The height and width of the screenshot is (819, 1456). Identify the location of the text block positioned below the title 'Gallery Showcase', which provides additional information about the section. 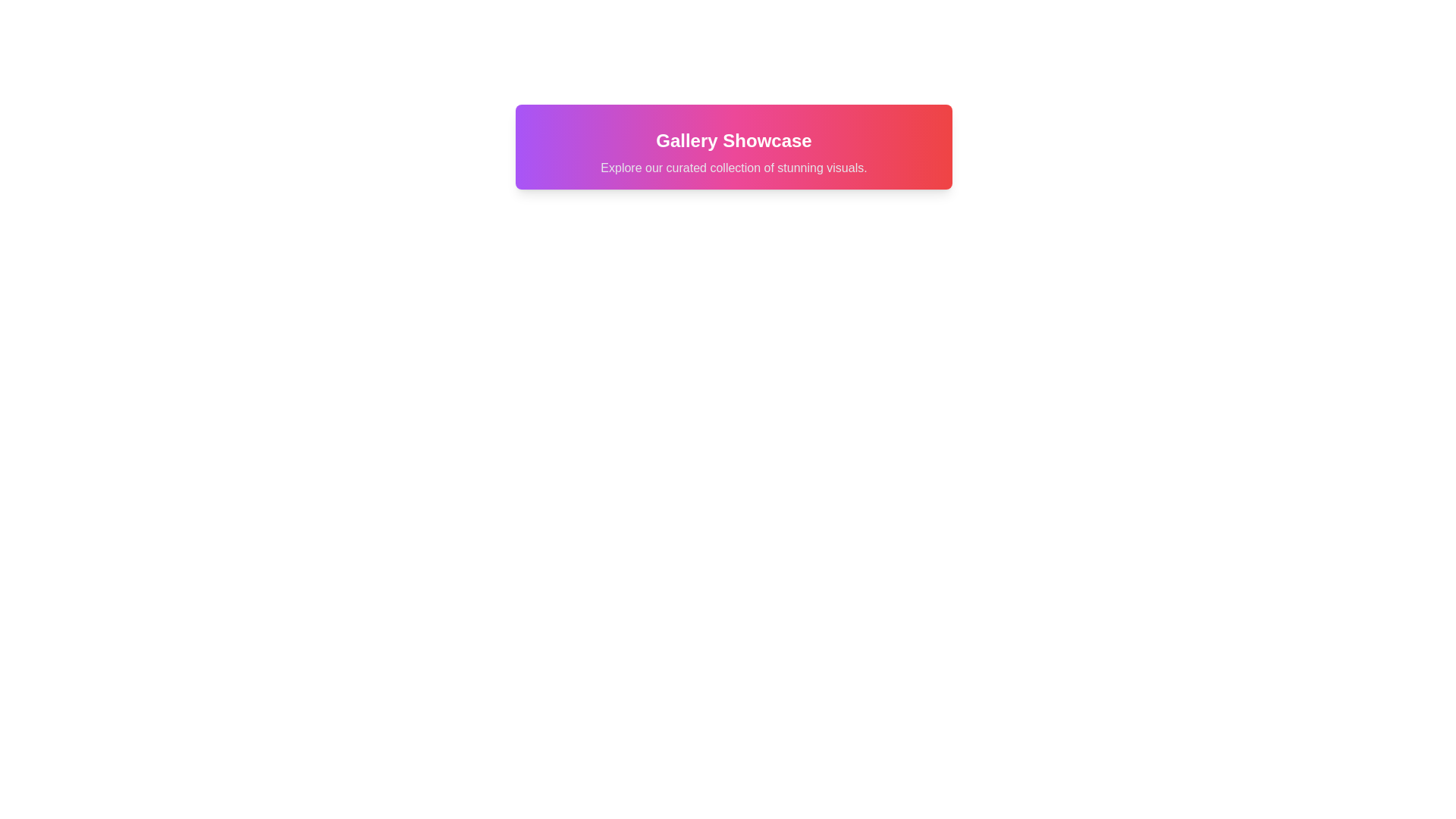
(734, 168).